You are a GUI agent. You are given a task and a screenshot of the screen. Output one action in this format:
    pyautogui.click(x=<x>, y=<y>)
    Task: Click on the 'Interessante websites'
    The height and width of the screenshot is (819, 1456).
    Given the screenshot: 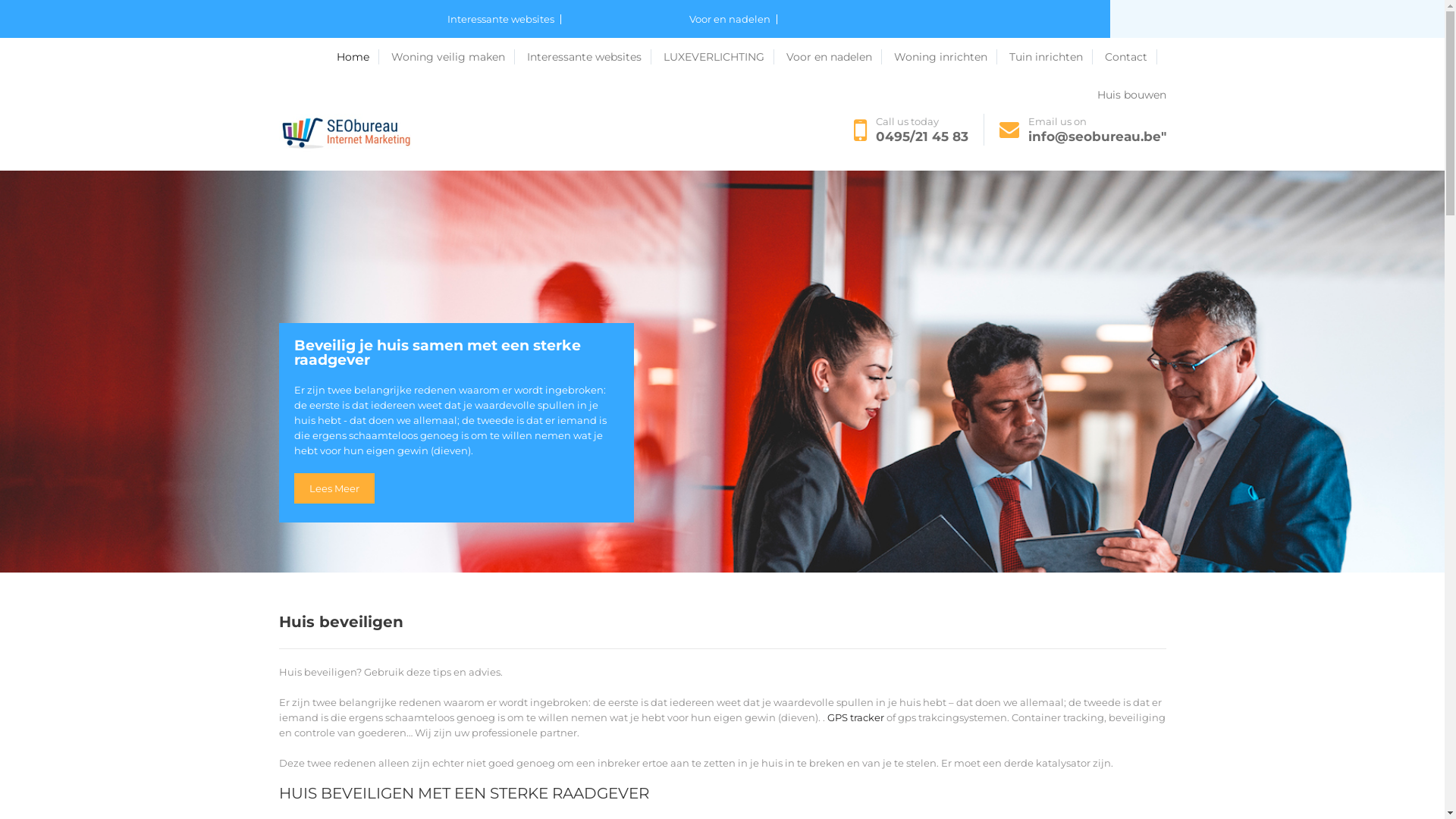 What is the action you would take?
    pyautogui.click(x=526, y=55)
    